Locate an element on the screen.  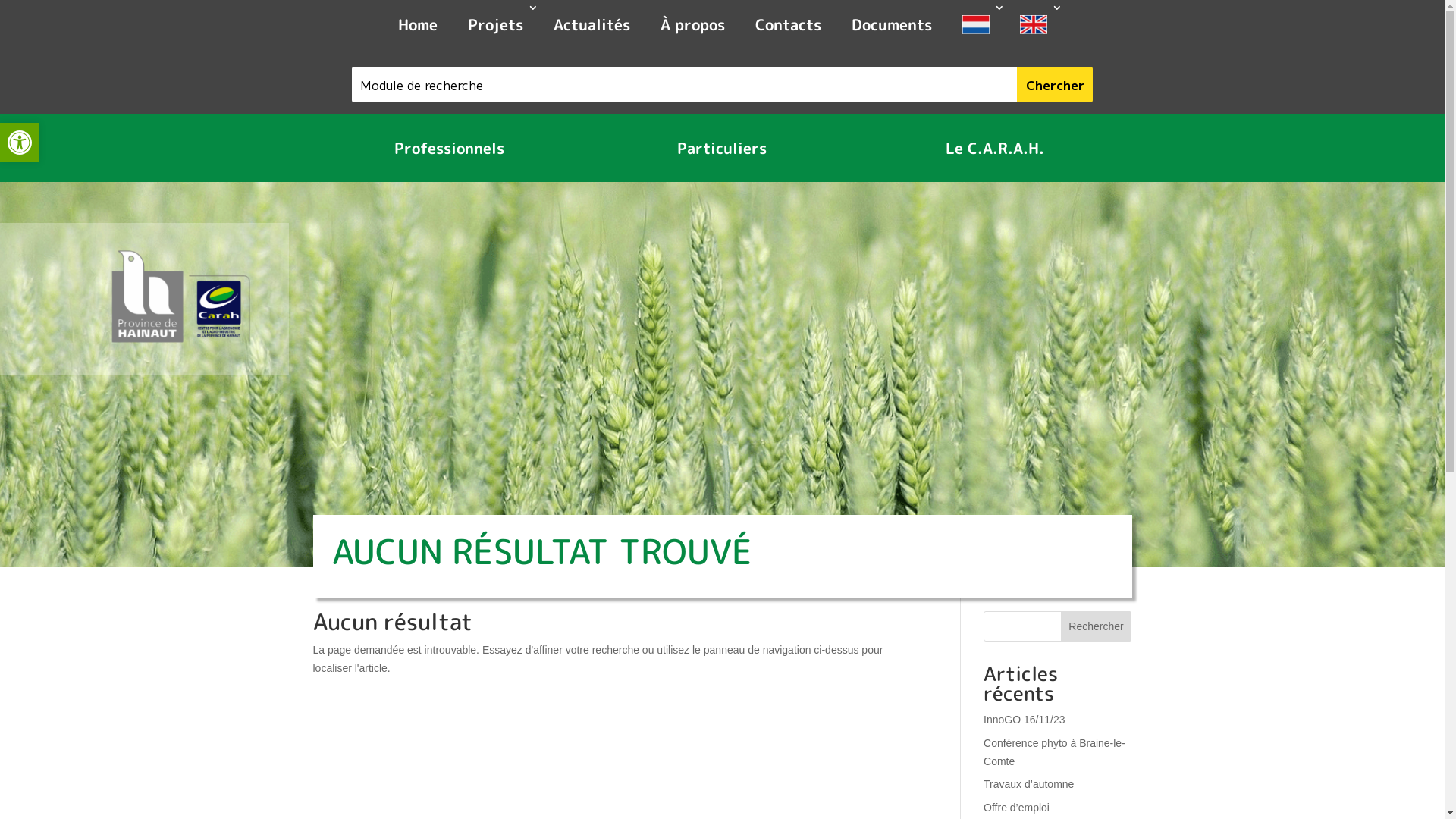
'Home' is located at coordinates (417, 26).